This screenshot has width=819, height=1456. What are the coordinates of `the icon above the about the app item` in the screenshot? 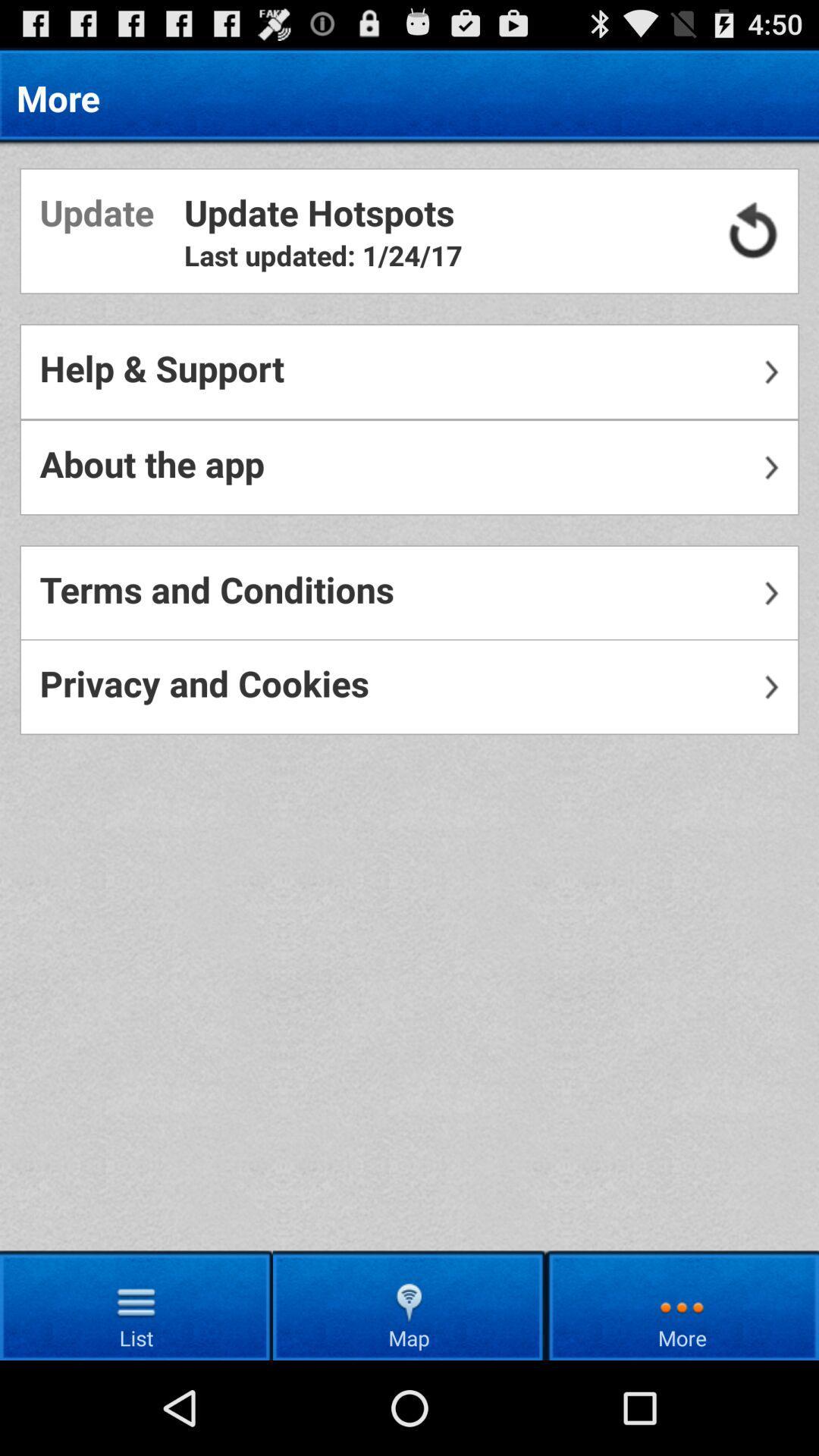 It's located at (409, 372).